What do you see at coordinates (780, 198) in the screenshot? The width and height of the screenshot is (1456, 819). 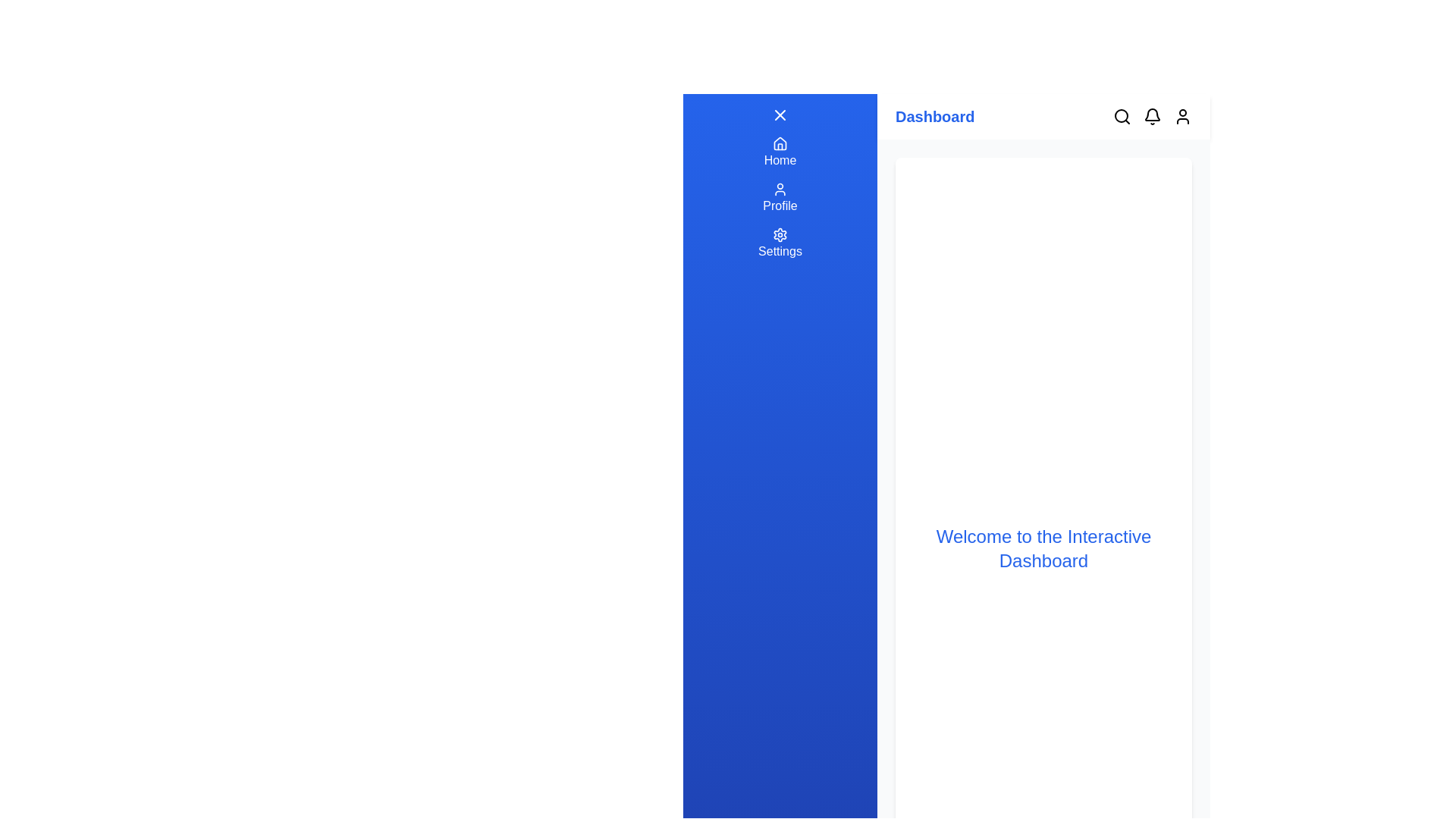 I see `the Navigation button labeled 'Profile', which features a user icon above the word 'Profile' in white font on a blue background, located in the sidebar menu below 'Home' and above 'Settings'` at bounding box center [780, 198].